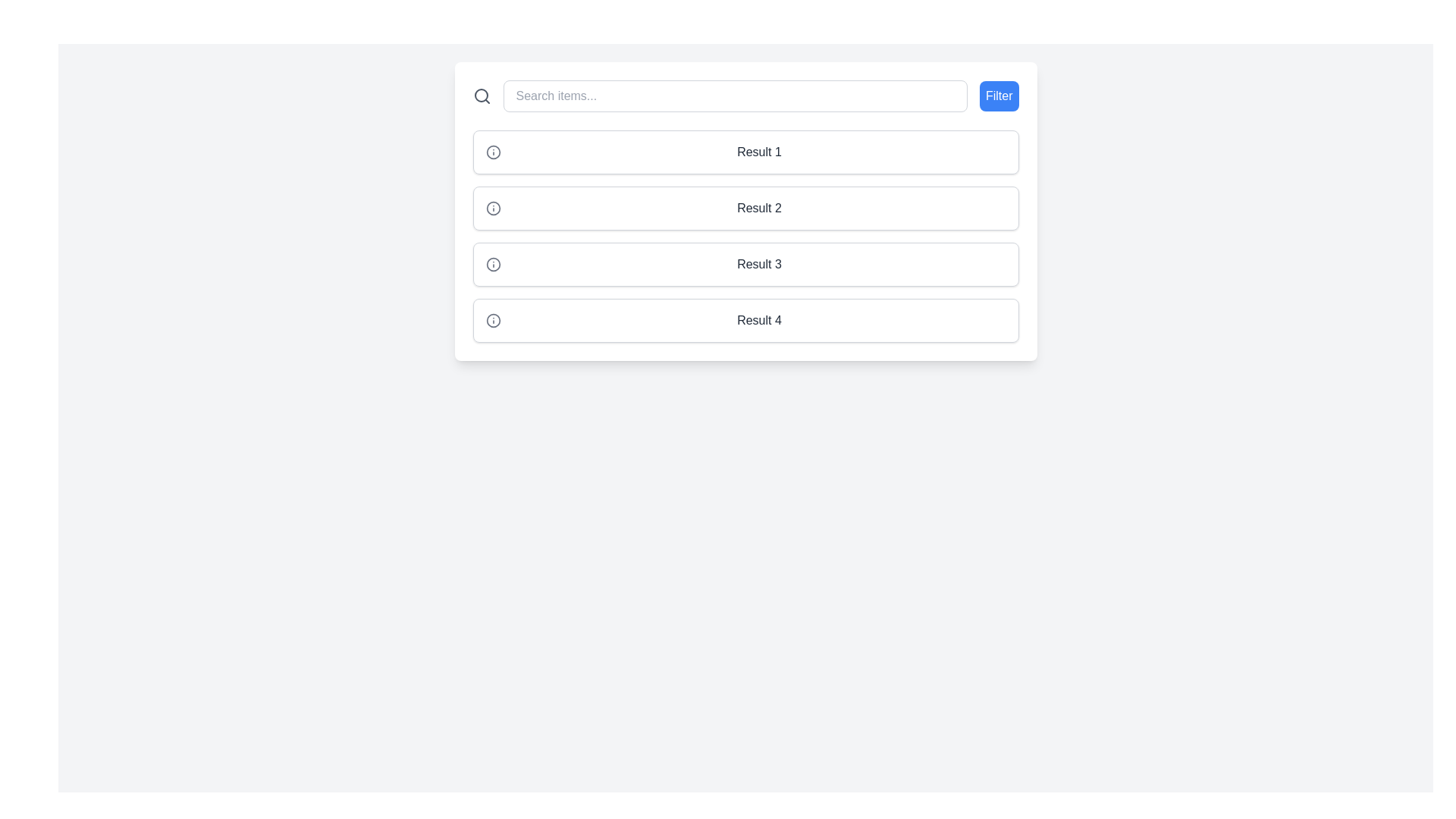 The image size is (1456, 819). Describe the element at coordinates (493, 263) in the screenshot. I see `the circular gray icon with an information symbol located on the left side of the 'Result 3' row` at that location.